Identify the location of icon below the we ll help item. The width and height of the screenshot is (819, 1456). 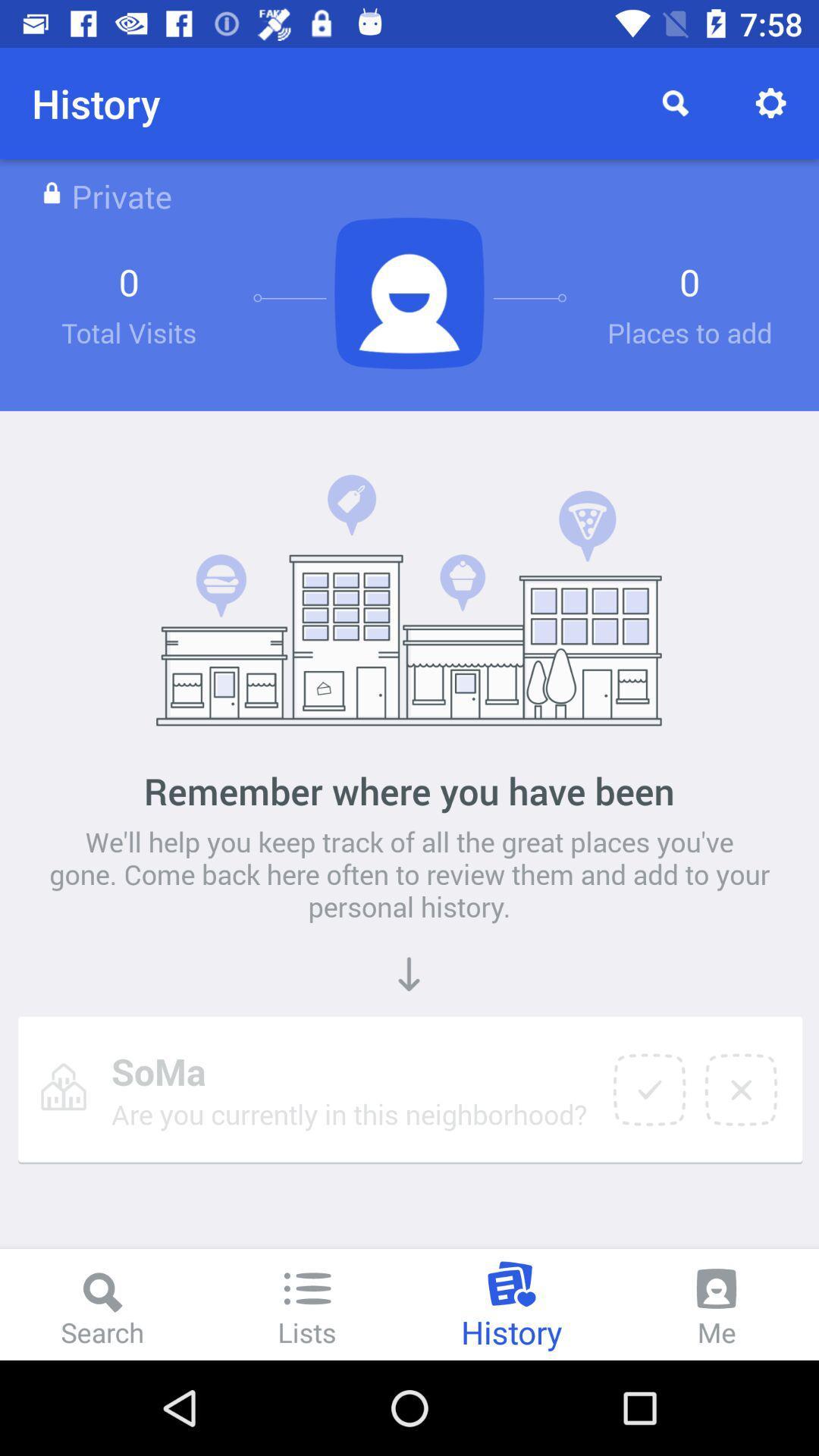
(648, 1089).